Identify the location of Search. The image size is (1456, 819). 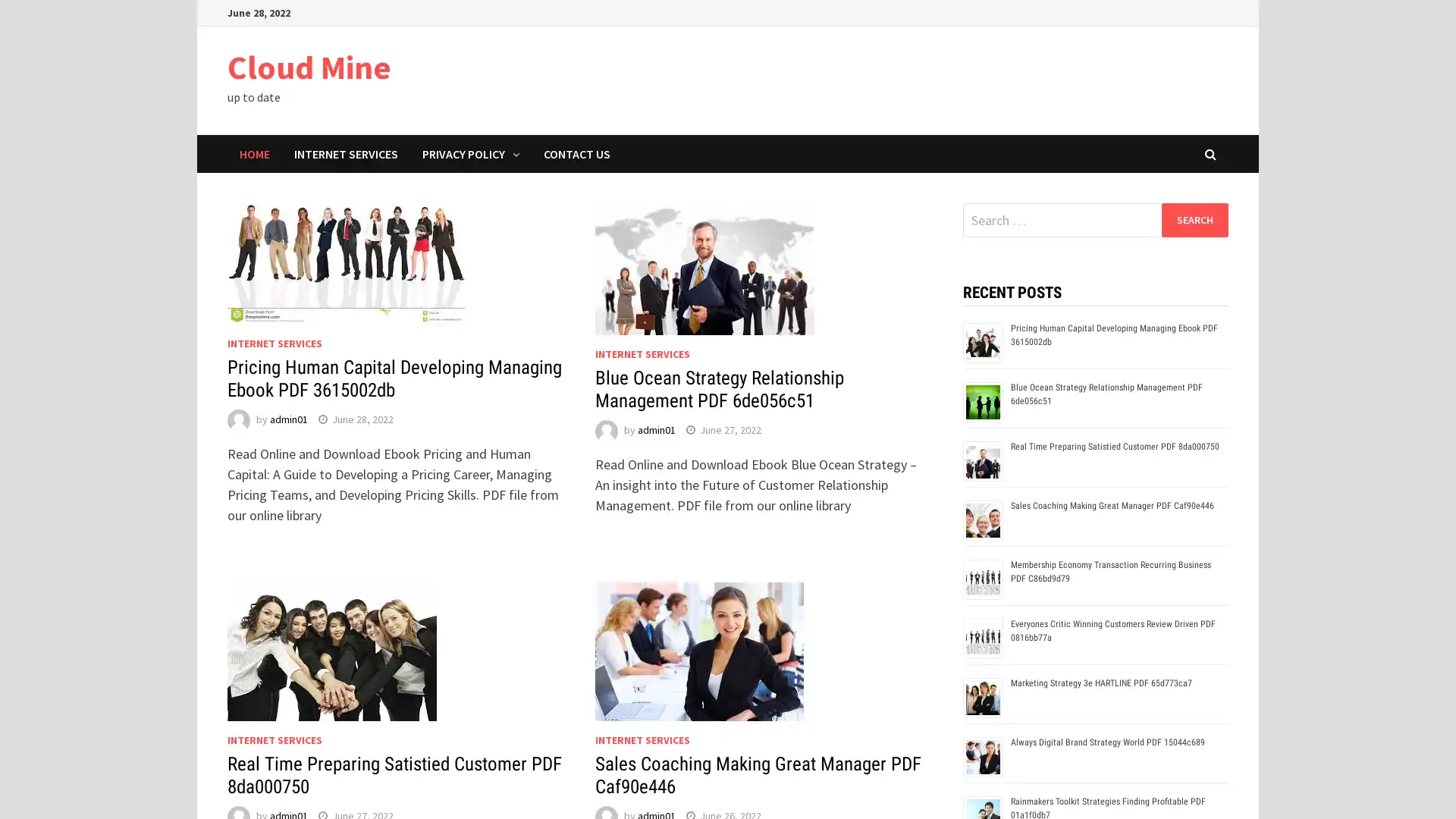
(1194, 219).